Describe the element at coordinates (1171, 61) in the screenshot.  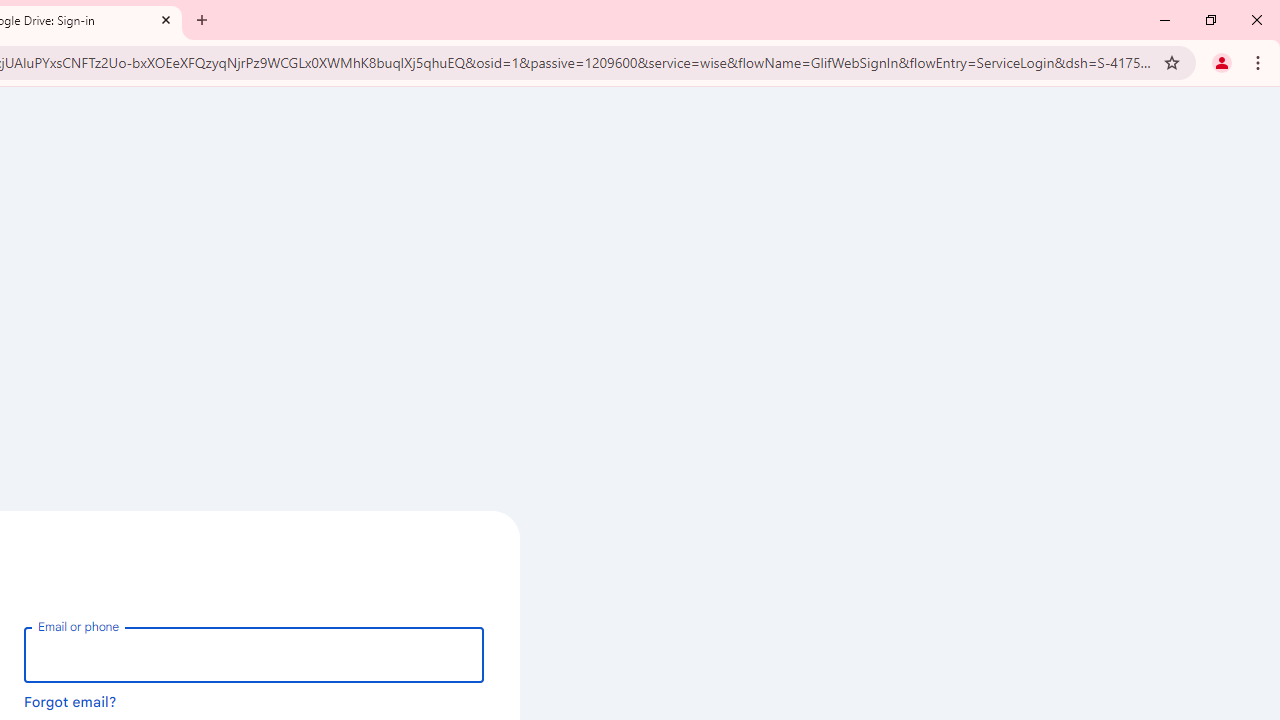
I see `'Bookmark this tab'` at that location.